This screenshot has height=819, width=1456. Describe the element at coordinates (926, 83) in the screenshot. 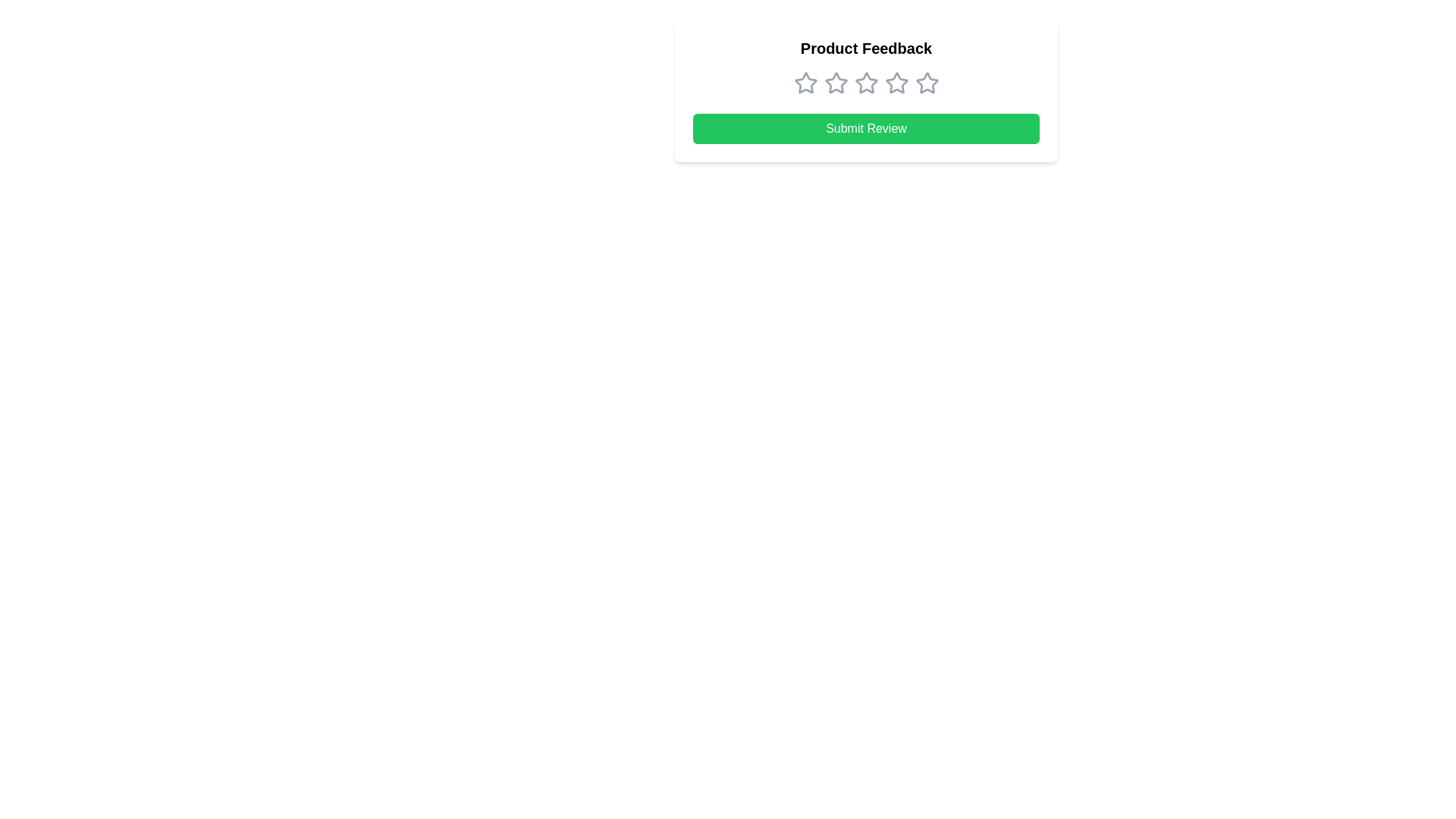

I see `the fifth star icon with a light gray outline under the 'Product Feedback' title` at that location.